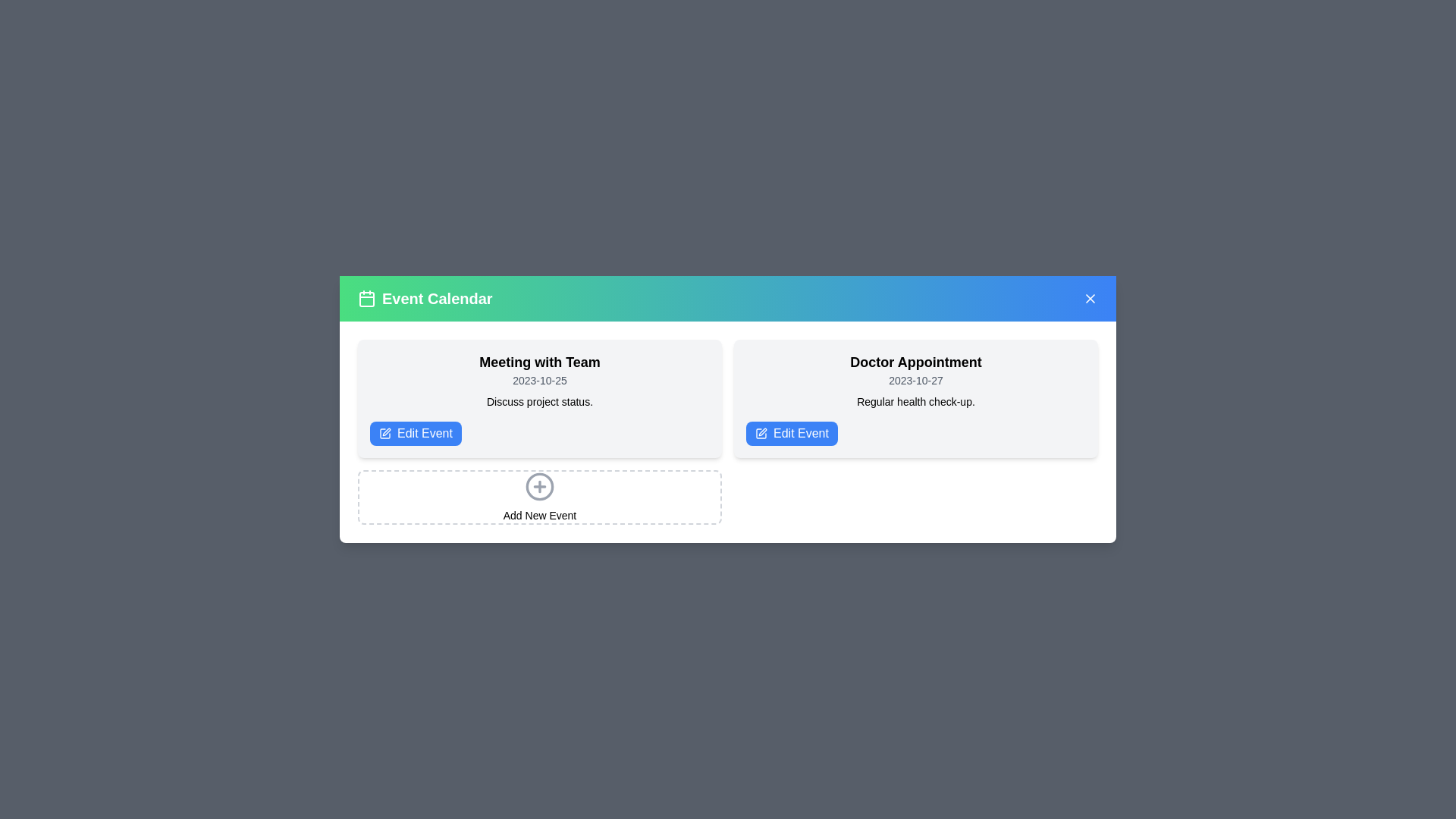  Describe the element at coordinates (791, 433) in the screenshot. I see `the 'Edit Event' button for the event titled 'Doctor Appointment'` at that location.